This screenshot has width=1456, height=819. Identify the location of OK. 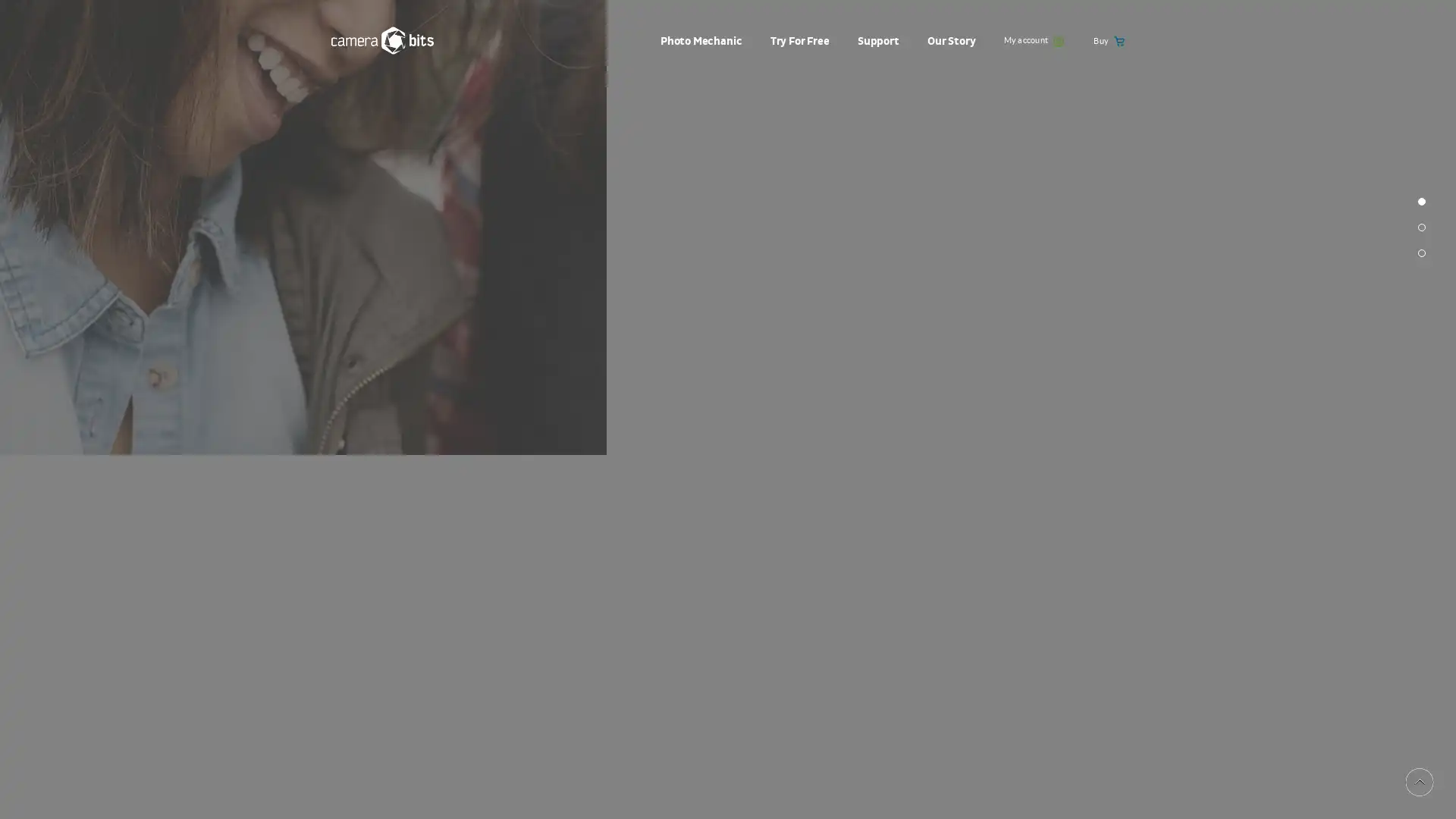
(952, 795).